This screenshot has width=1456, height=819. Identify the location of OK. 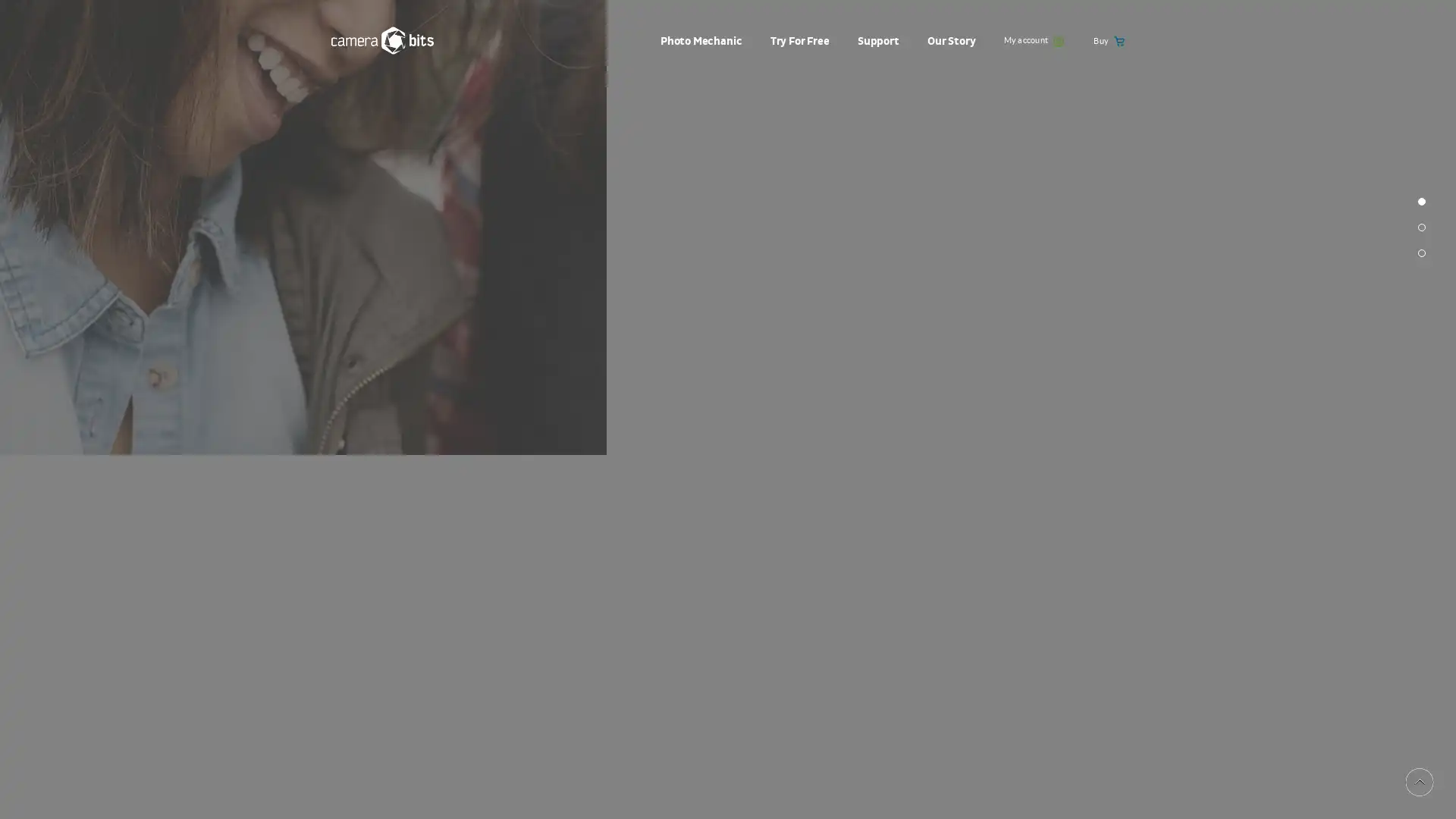
(952, 795).